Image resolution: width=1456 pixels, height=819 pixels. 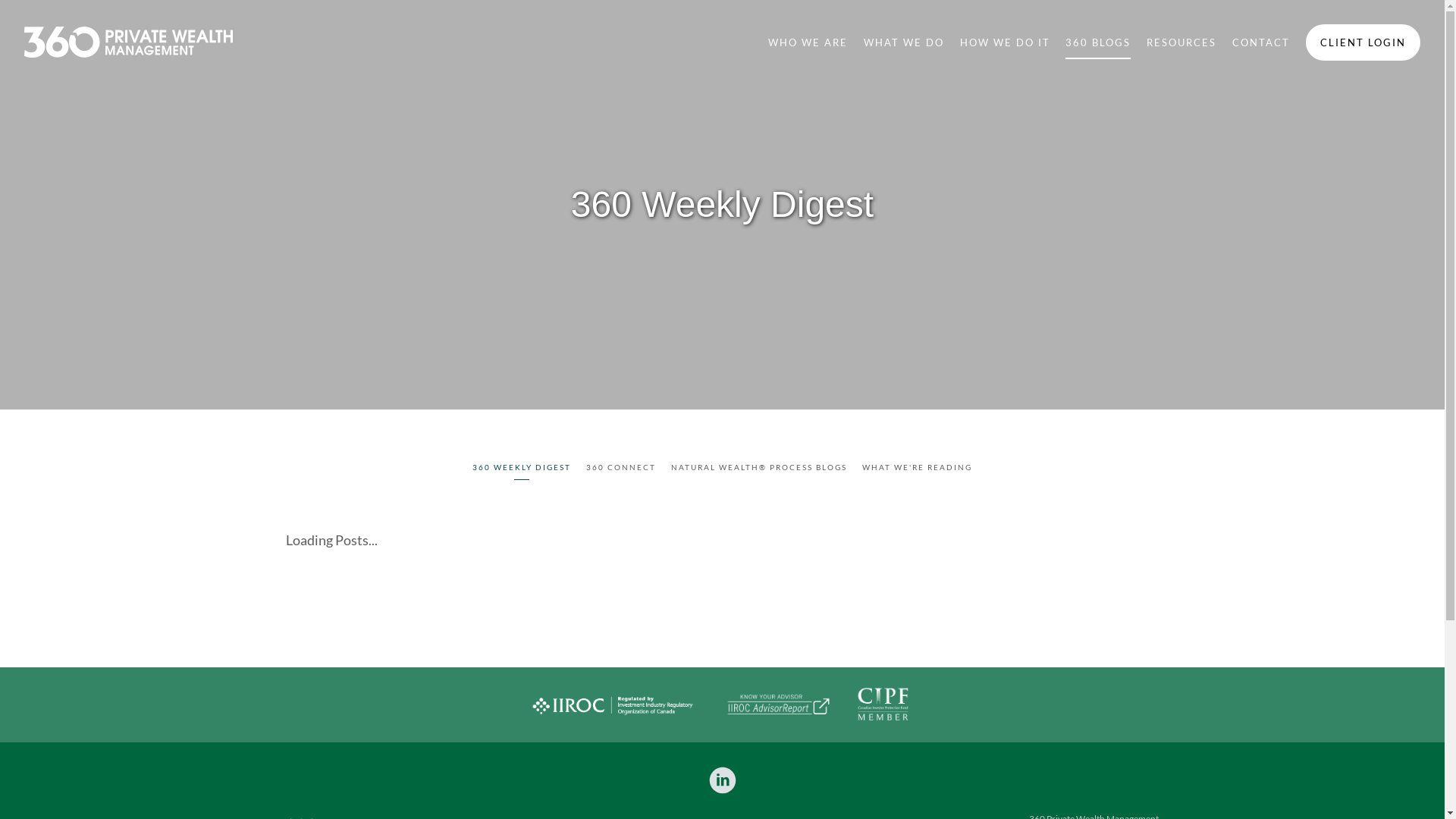 I want to click on 'WHAT WE'RE READING', so click(x=916, y=468).